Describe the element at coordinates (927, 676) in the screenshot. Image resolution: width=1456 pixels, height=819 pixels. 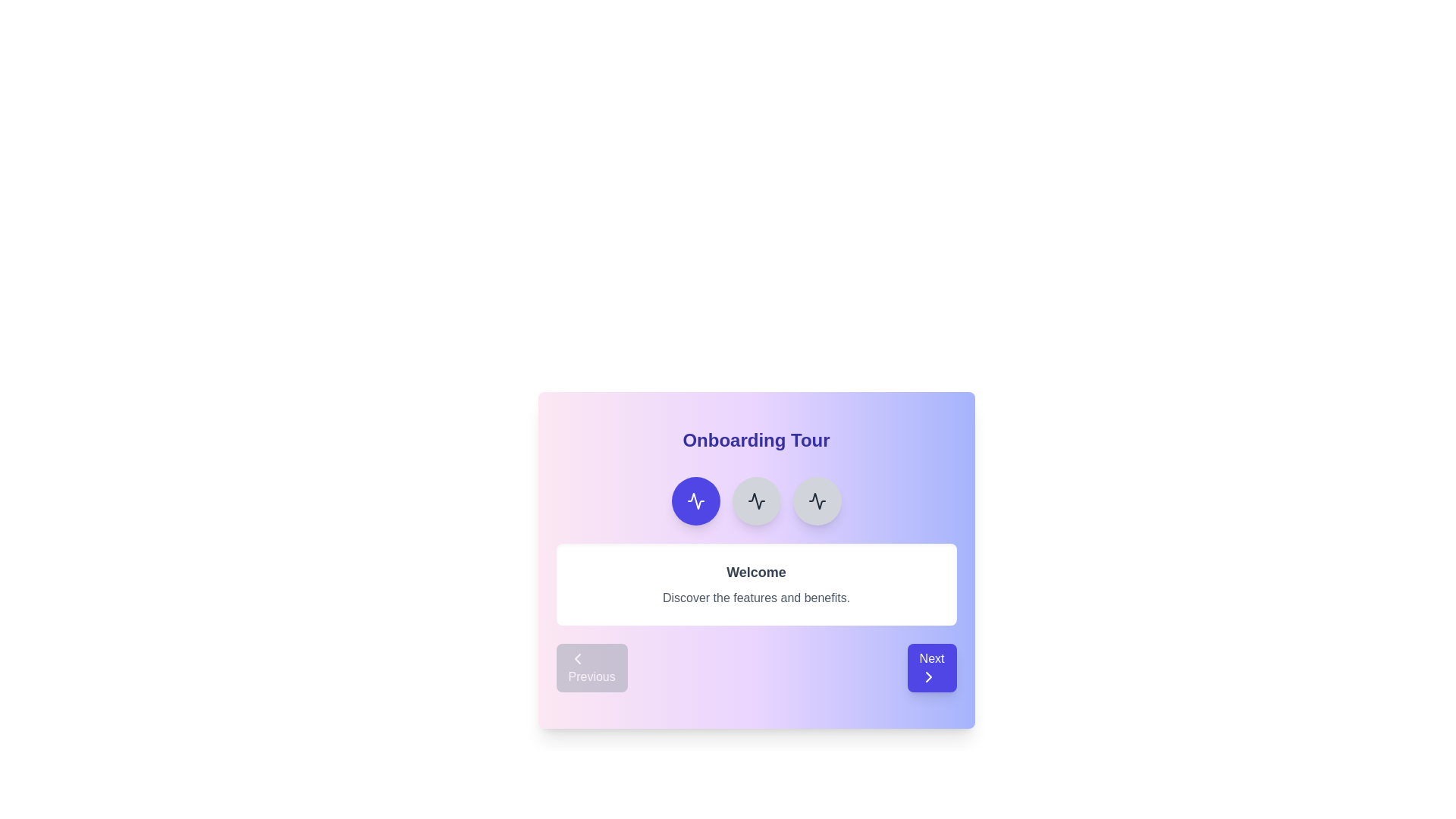
I see `the chevron icon located at the center of the 'Next' button to proceed` at that location.